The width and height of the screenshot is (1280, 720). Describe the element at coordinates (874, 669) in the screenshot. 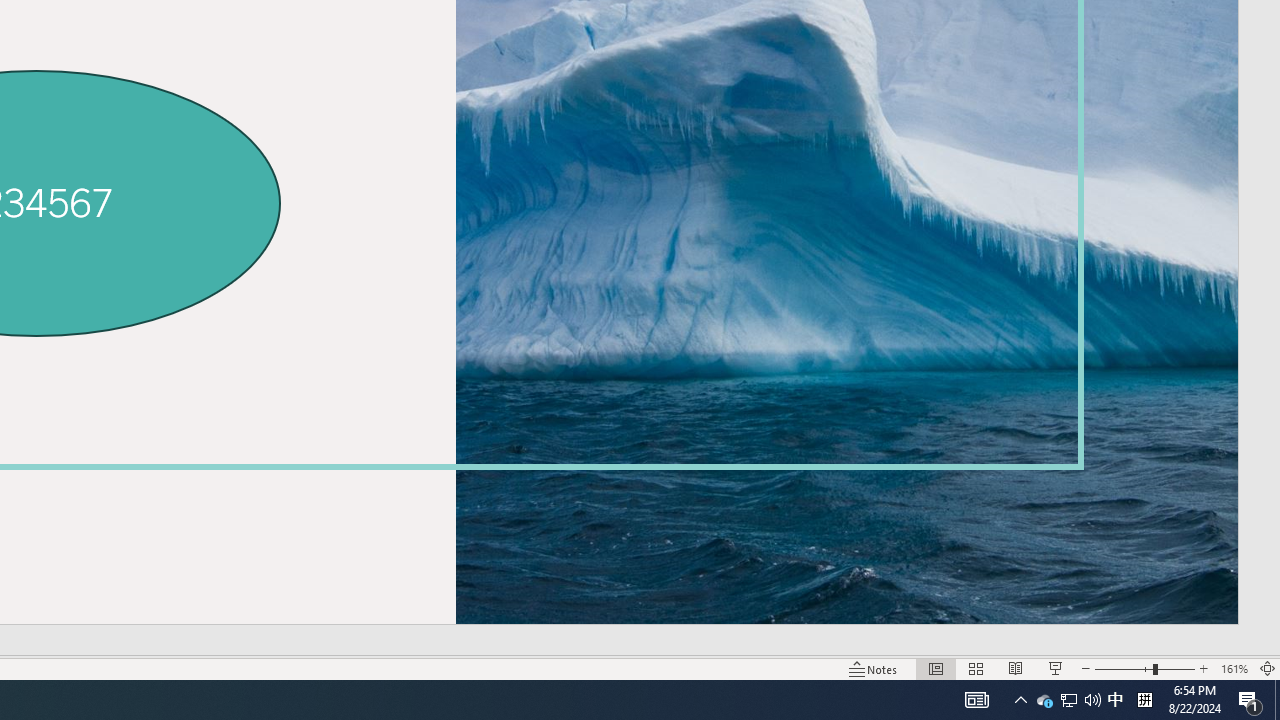

I see `'Notes '` at that location.